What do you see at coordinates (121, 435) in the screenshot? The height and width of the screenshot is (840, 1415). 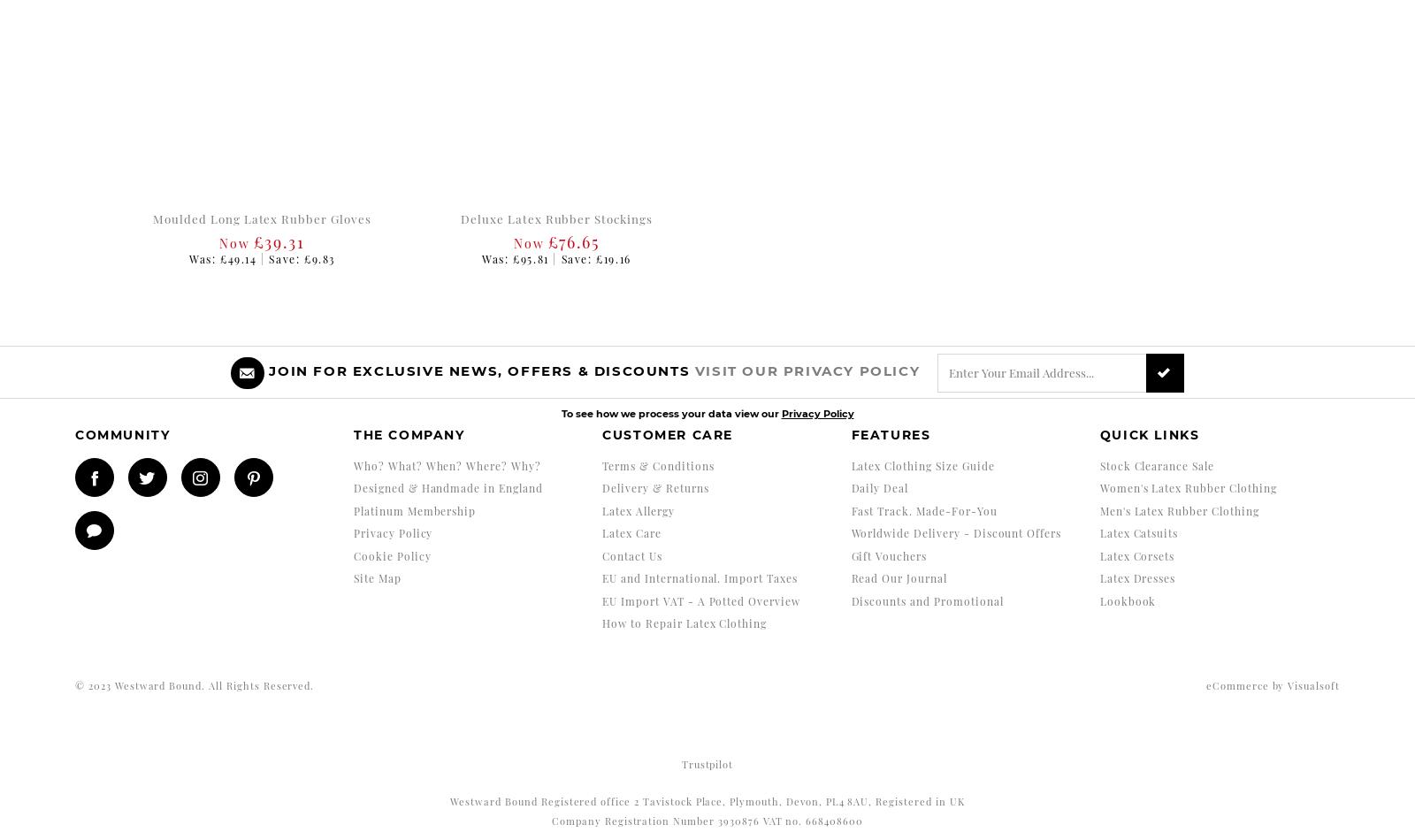 I see `'Community'` at bounding box center [121, 435].